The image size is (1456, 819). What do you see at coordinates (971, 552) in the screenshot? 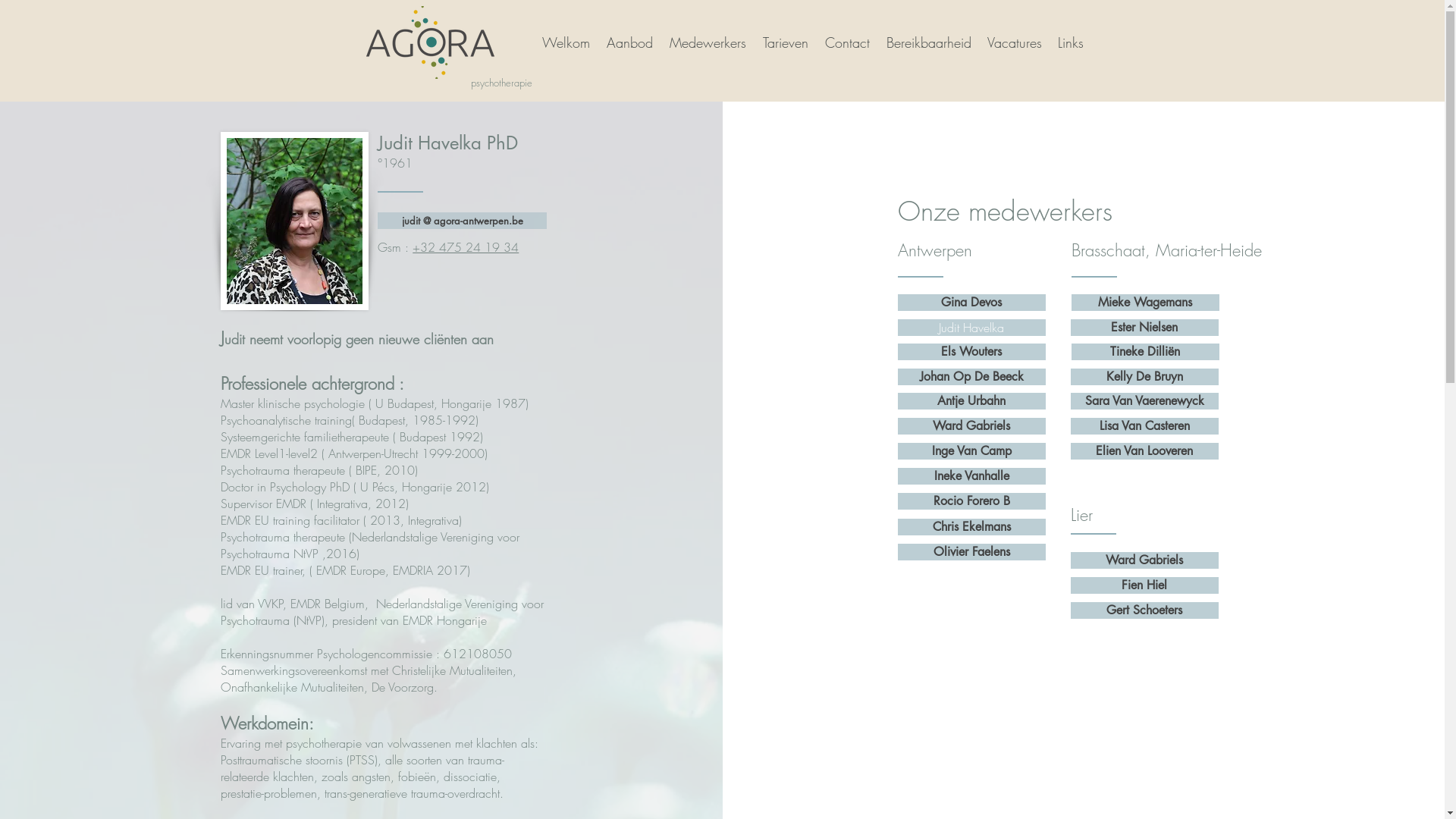
I see `'Olivier Faelens'` at bounding box center [971, 552].